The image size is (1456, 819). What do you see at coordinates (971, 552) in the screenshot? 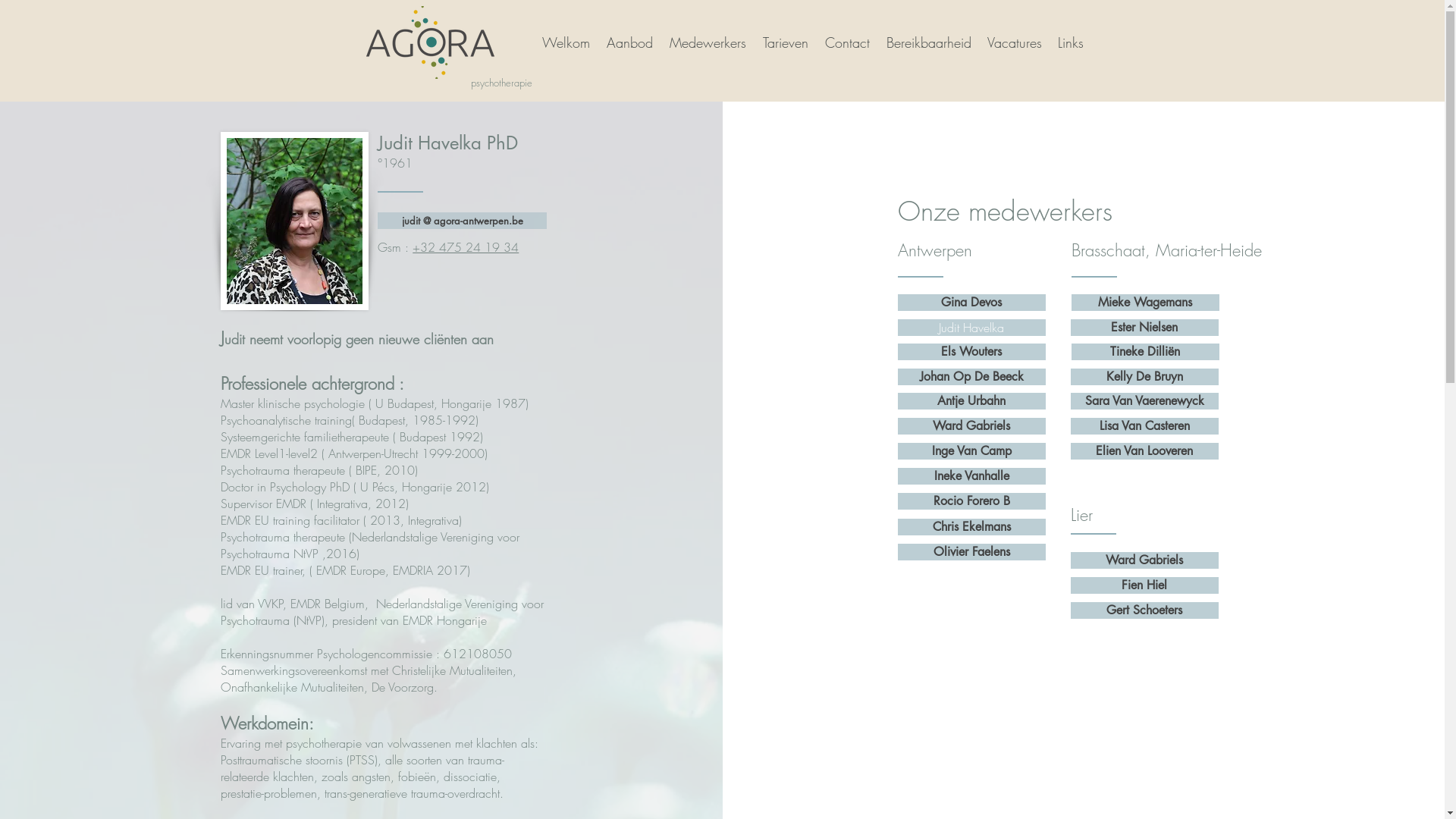
I see `'Olivier Faelens'` at bounding box center [971, 552].